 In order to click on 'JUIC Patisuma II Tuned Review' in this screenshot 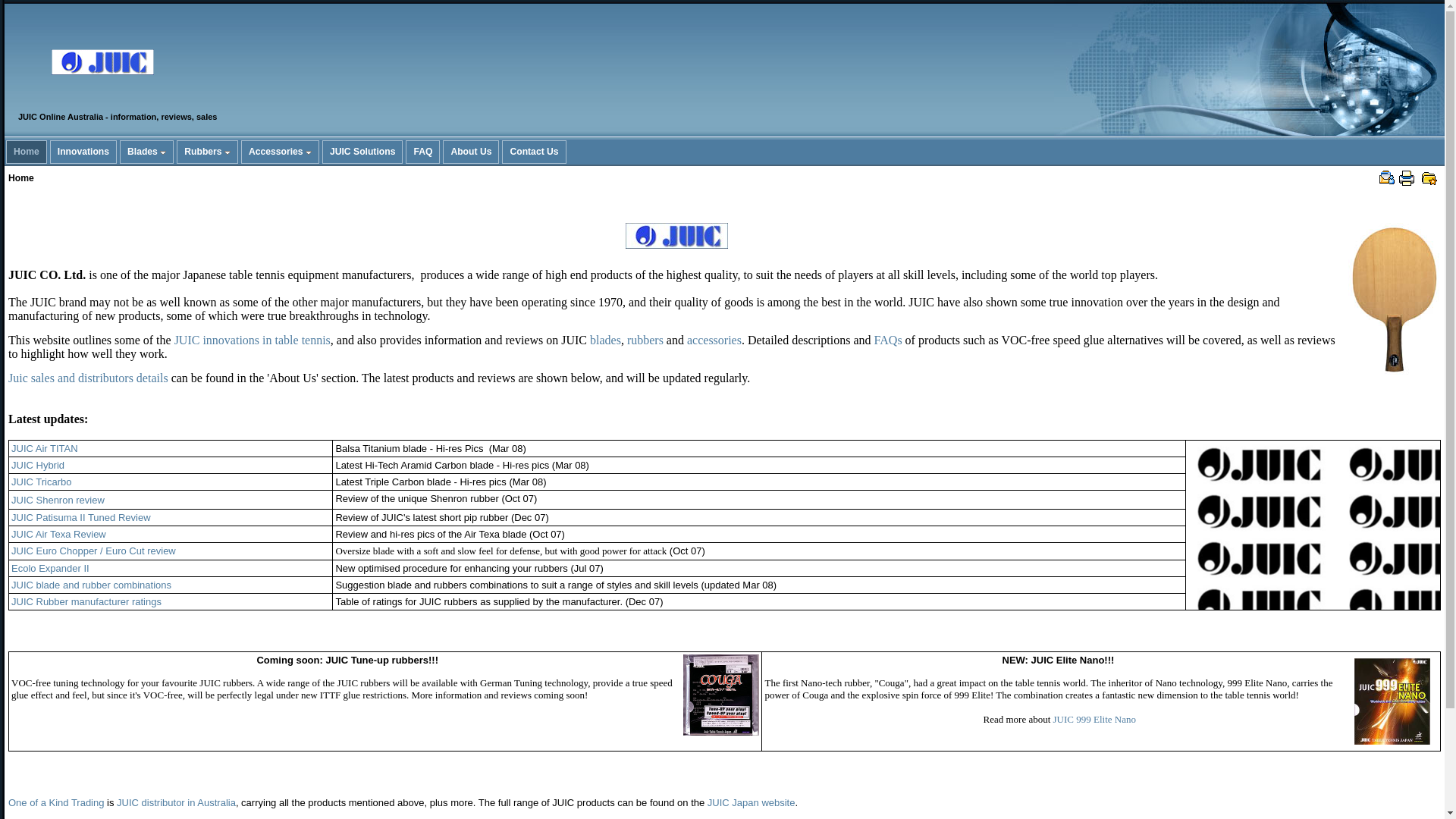, I will do `click(80, 516)`.